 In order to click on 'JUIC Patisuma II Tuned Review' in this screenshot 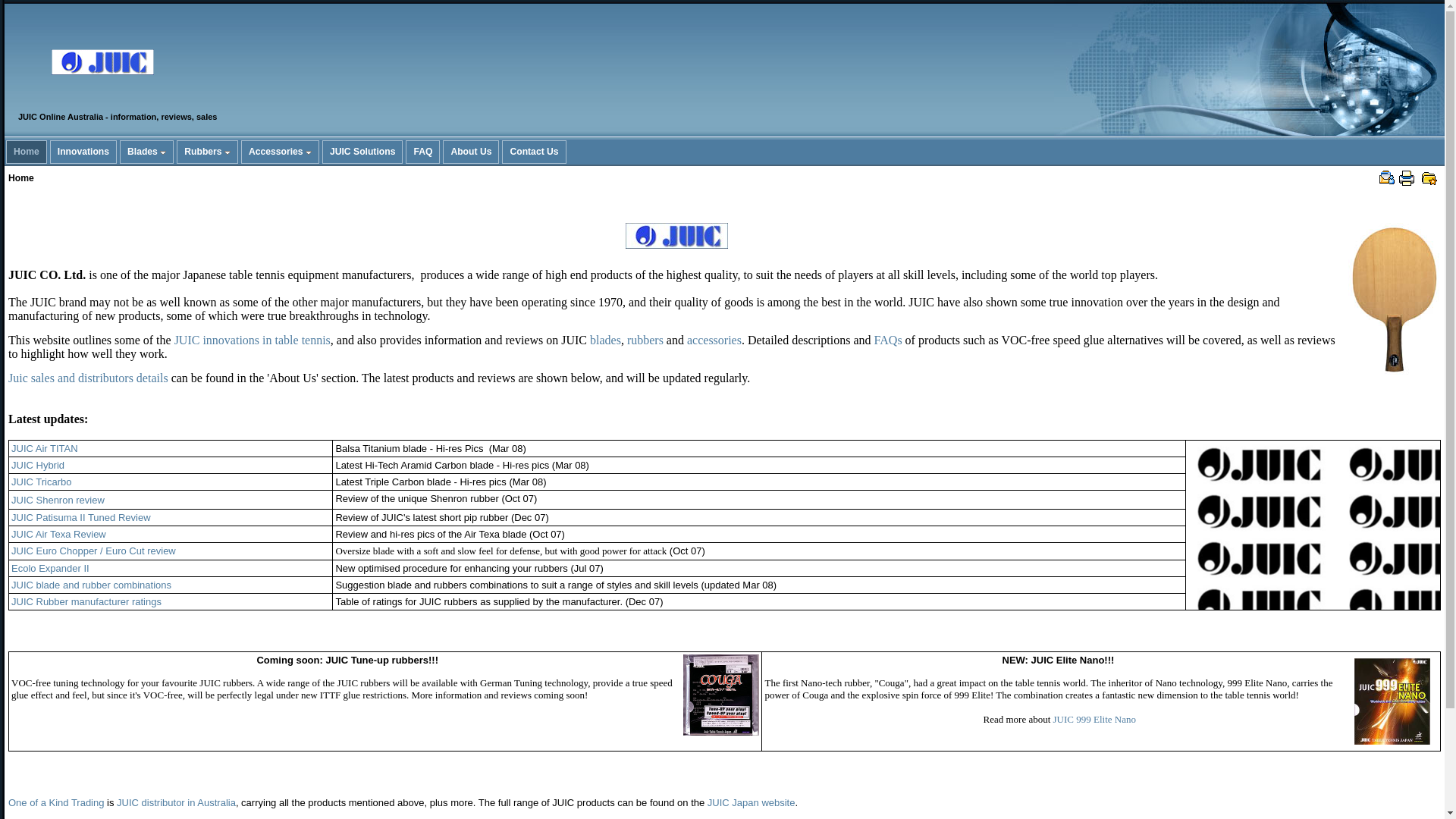, I will do `click(80, 516)`.